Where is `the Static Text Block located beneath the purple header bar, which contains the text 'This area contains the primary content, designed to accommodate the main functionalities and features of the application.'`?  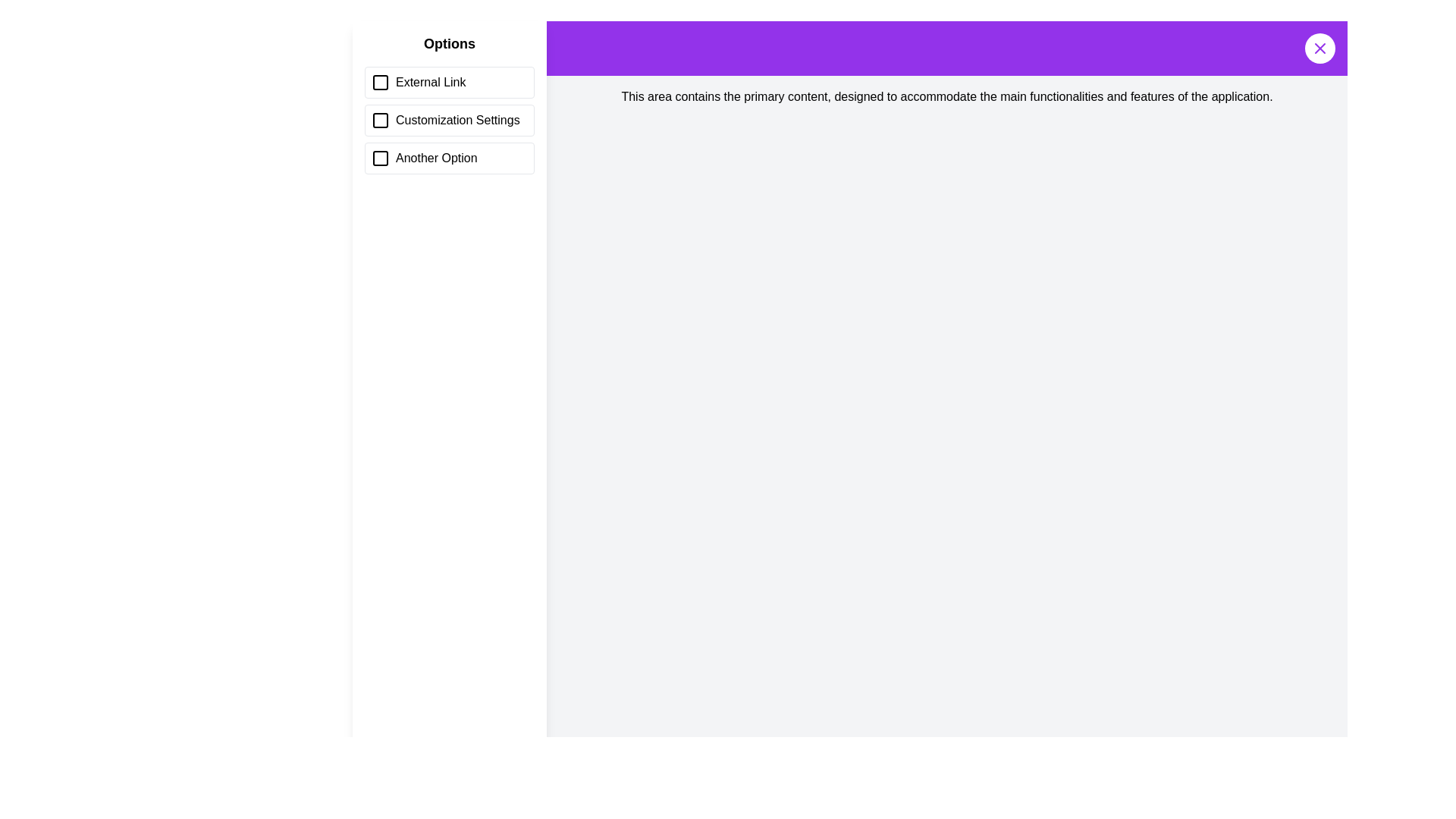 the Static Text Block located beneath the purple header bar, which contains the text 'This area contains the primary content, designed to accommodate the main functionalities and features of the application.' is located at coordinates (946, 96).